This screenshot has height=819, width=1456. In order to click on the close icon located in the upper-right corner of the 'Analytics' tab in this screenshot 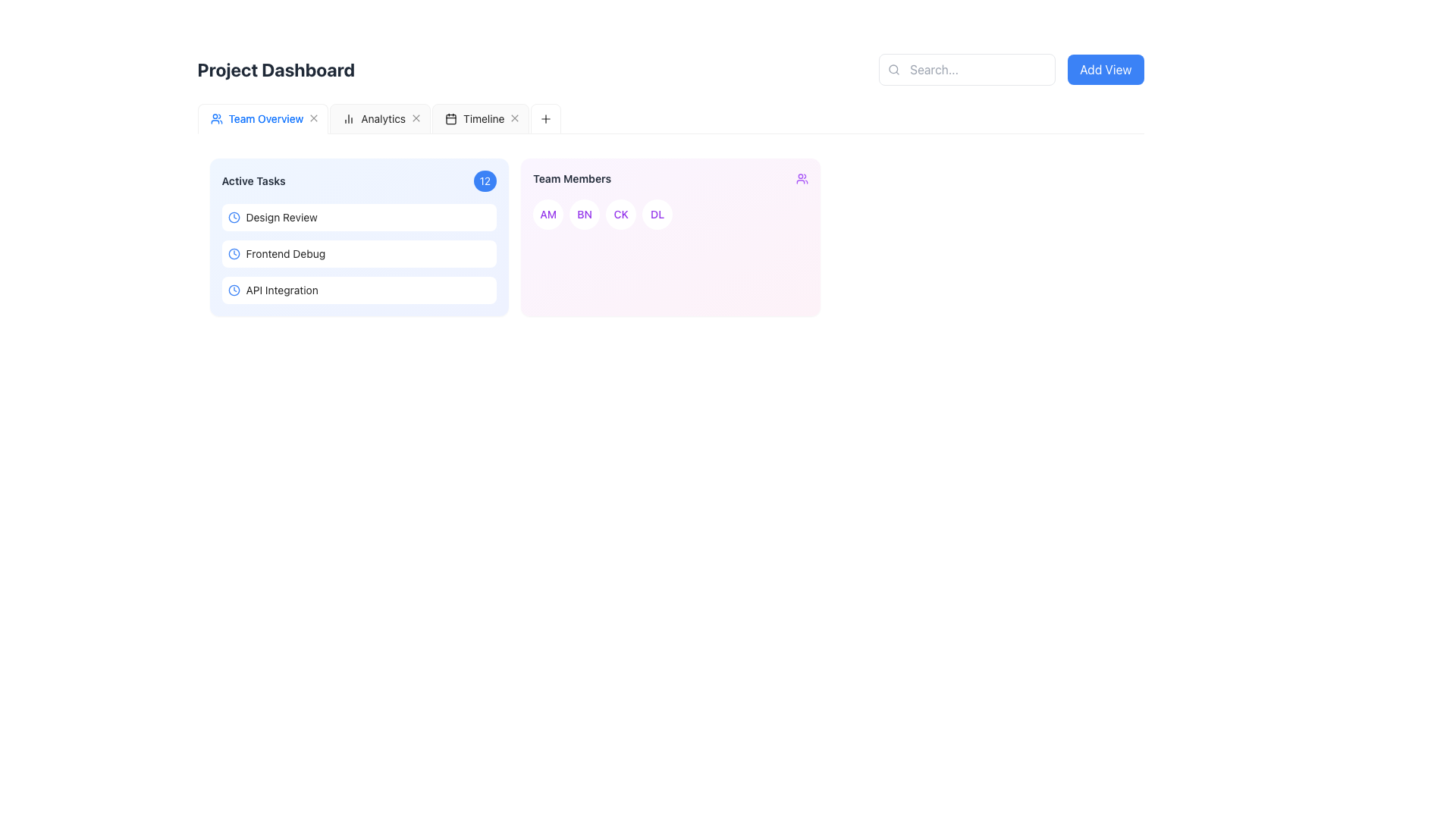, I will do `click(416, 118)`.